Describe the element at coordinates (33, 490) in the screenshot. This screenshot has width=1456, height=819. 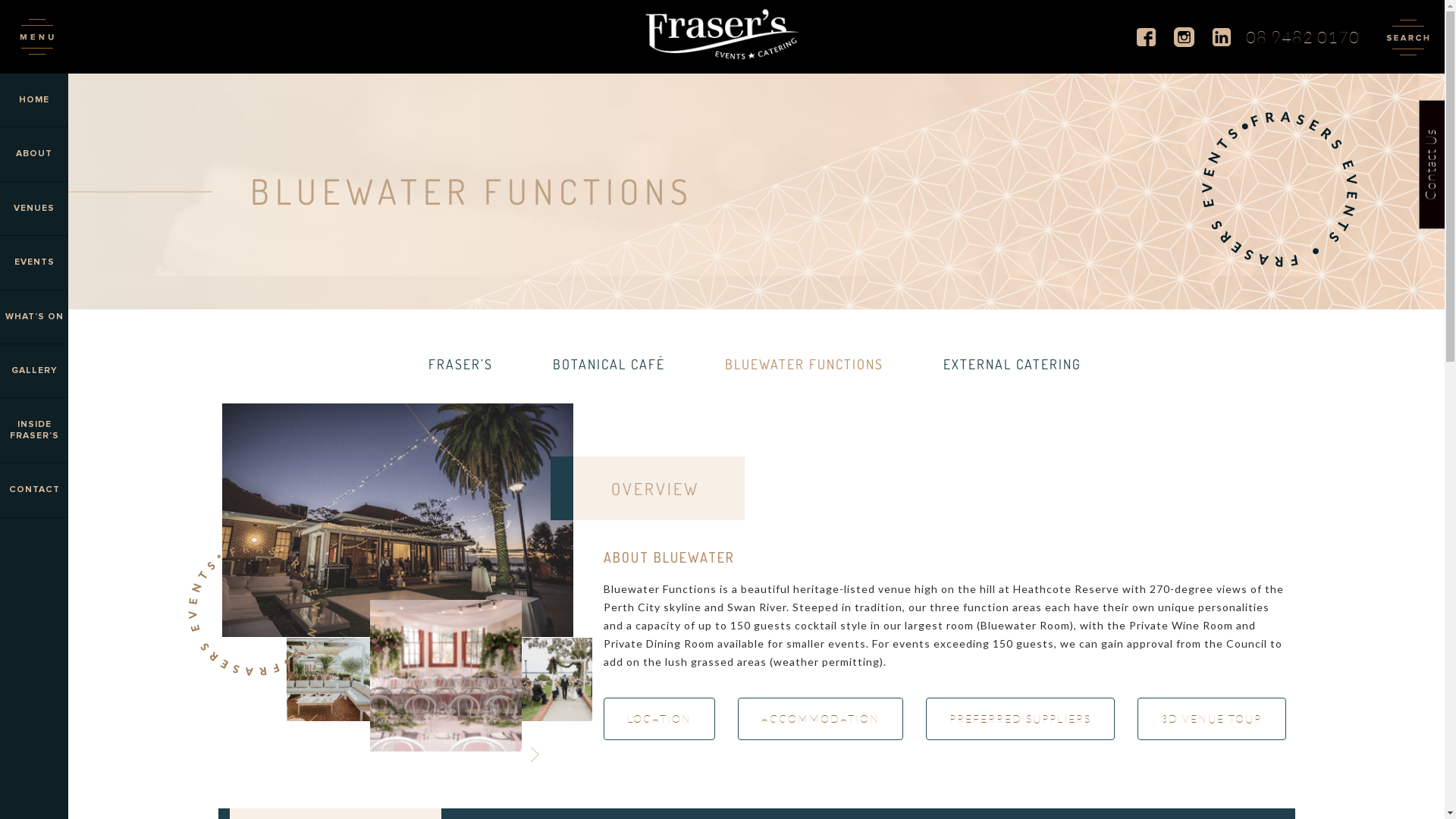
I see `'CONTACT'` at that location.